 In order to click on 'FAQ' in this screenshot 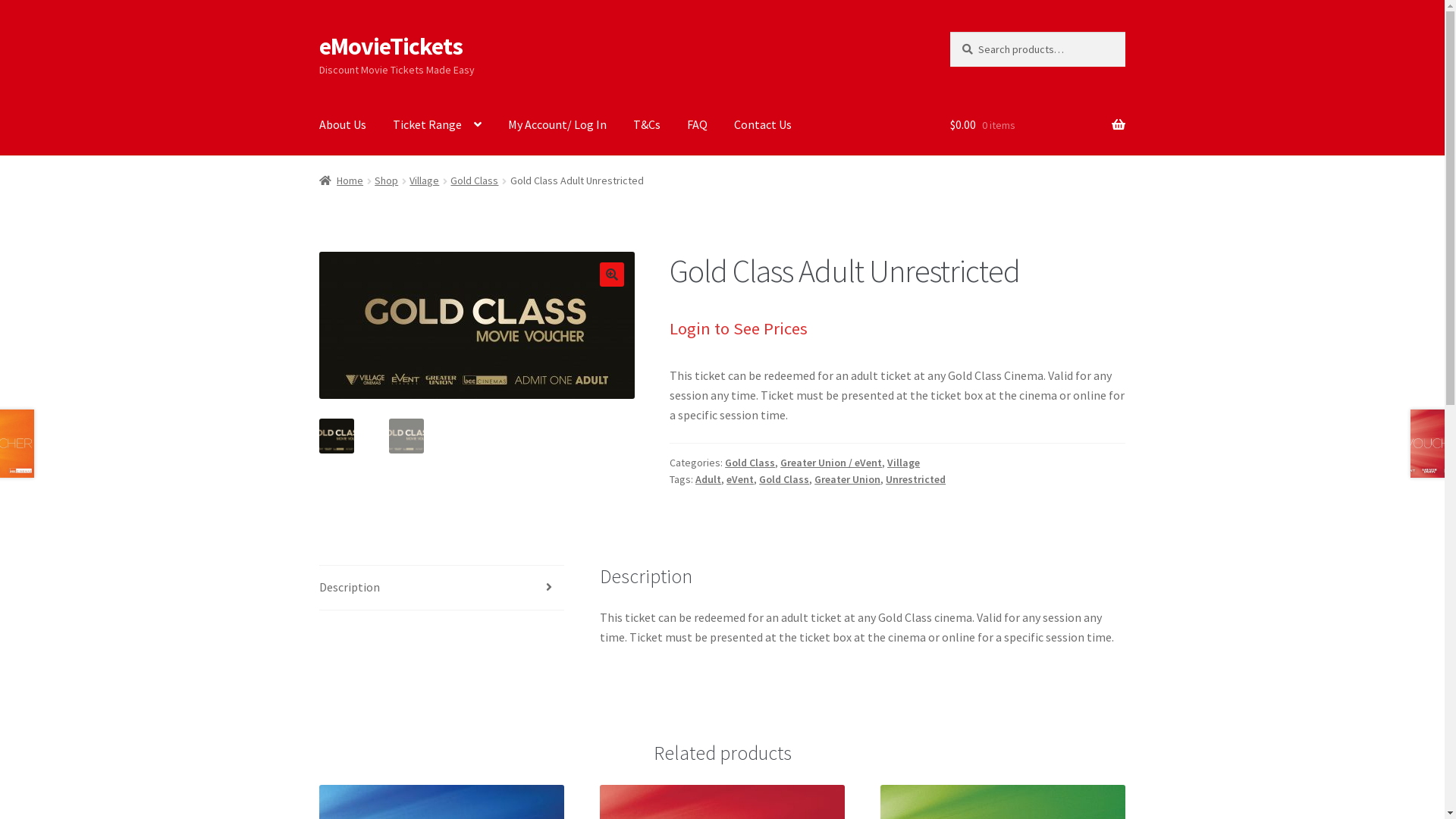, I will do `click(696, 124)`.